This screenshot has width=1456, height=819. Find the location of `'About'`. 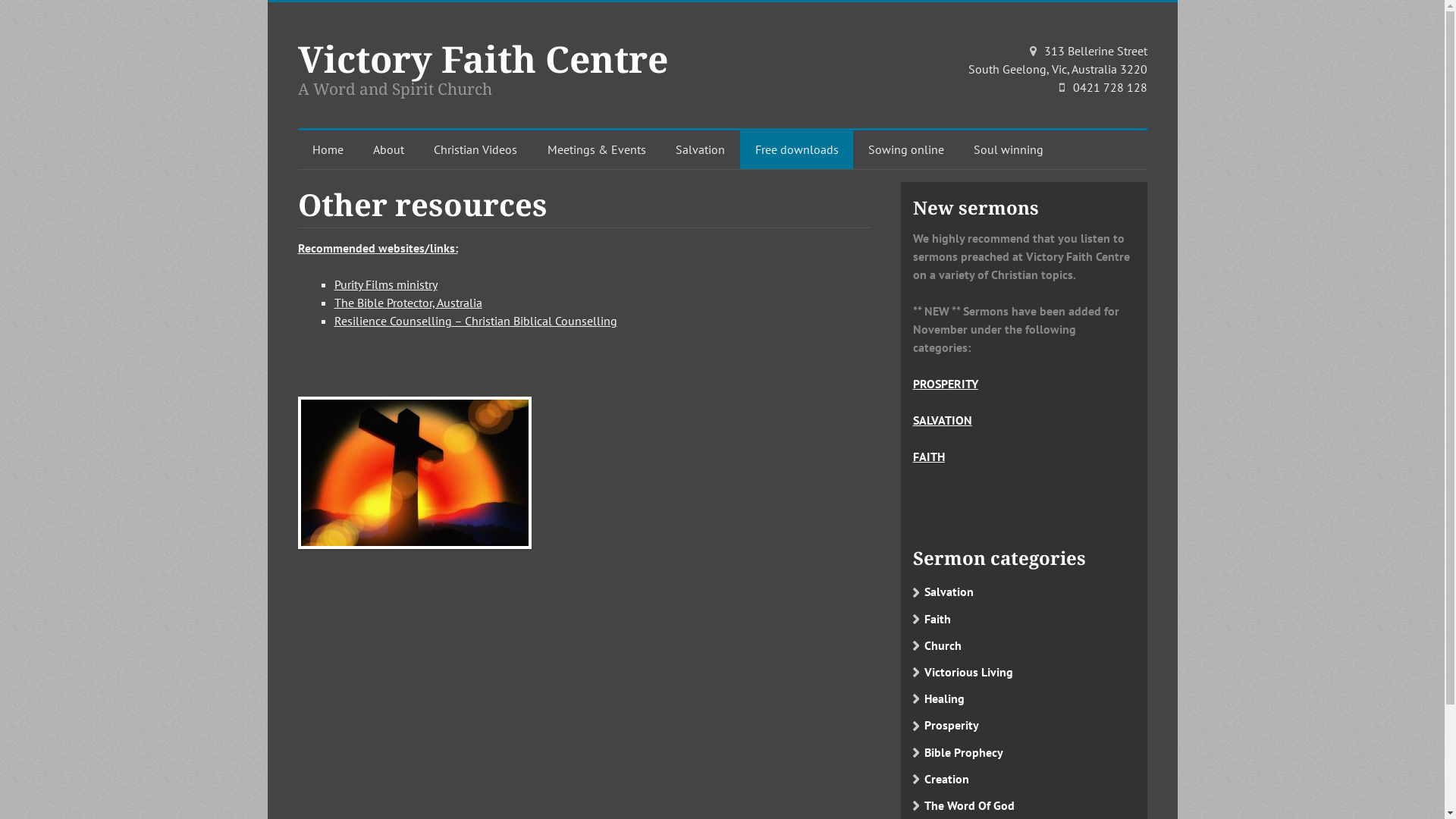

'About' is located at coordinates (358, 149).